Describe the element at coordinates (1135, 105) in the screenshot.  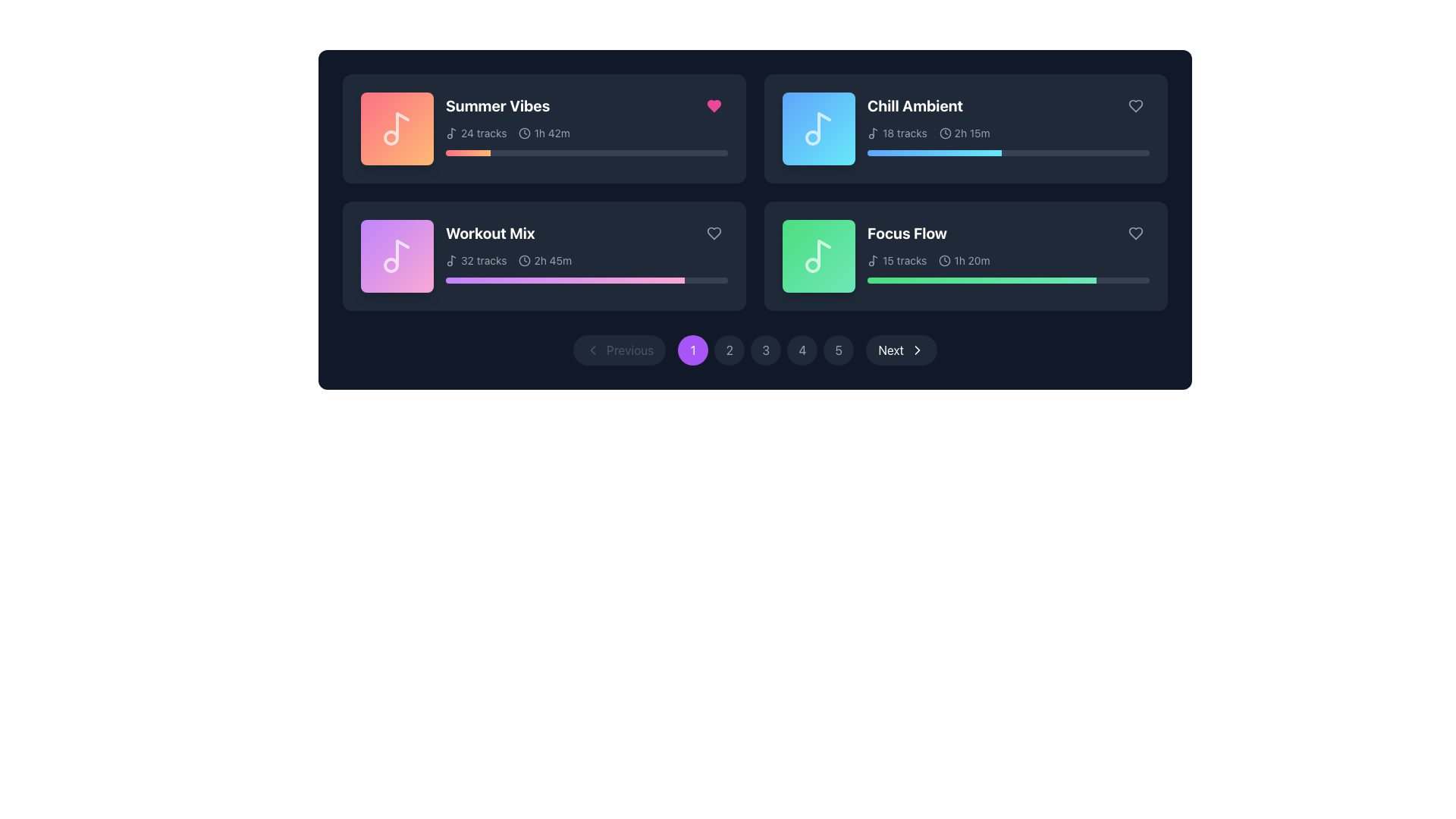
I see `the heart-shaped icon button located next to the text 'Chill Ambient' to like or favorite the item` at that location.